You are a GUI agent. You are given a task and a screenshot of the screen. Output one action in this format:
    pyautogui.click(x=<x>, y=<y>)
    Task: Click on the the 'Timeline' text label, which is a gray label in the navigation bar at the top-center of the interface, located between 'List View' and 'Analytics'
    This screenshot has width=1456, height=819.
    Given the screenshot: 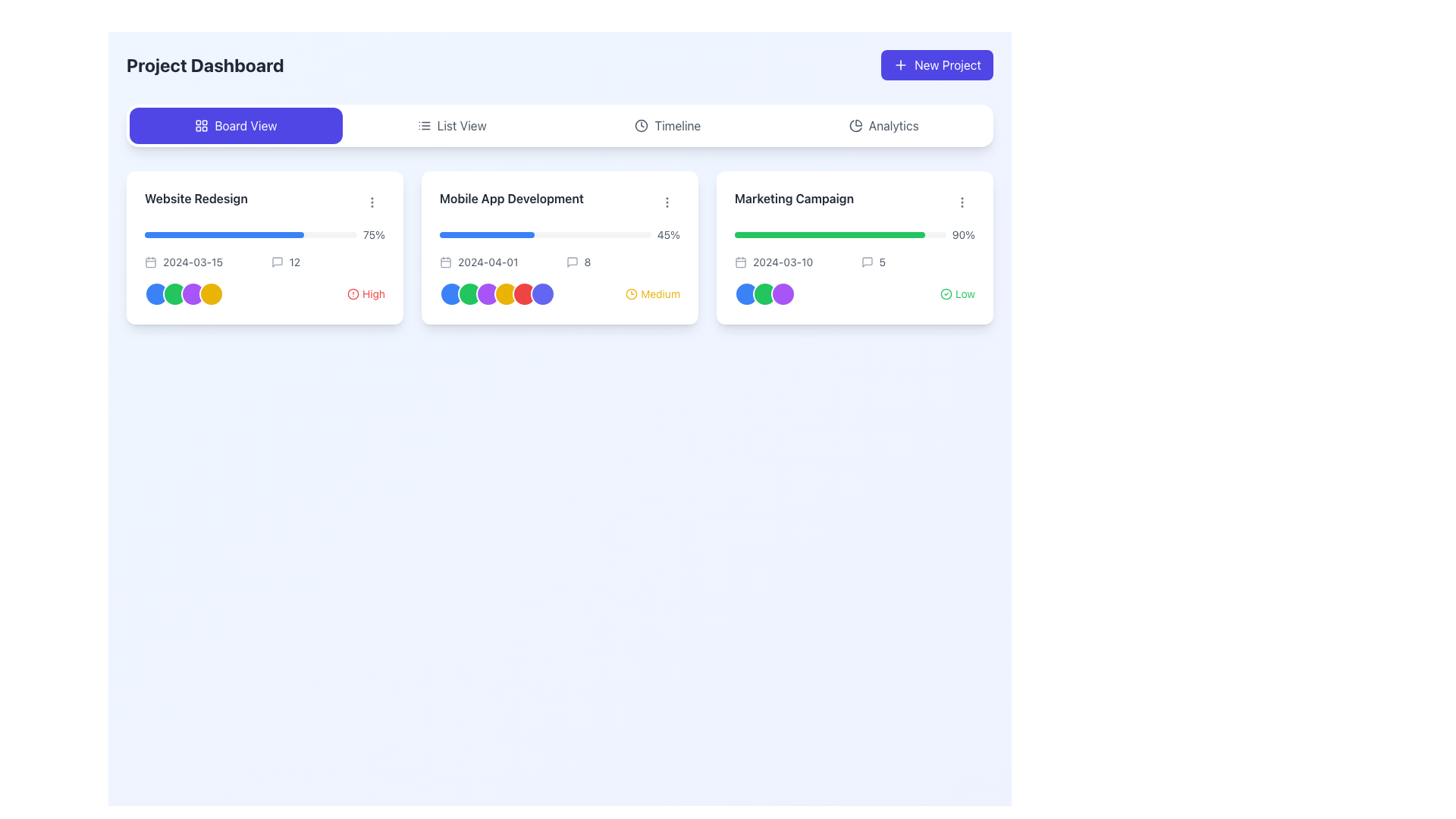 What is the action you would take?
    pyautogui.click(x=676, y=124)
    